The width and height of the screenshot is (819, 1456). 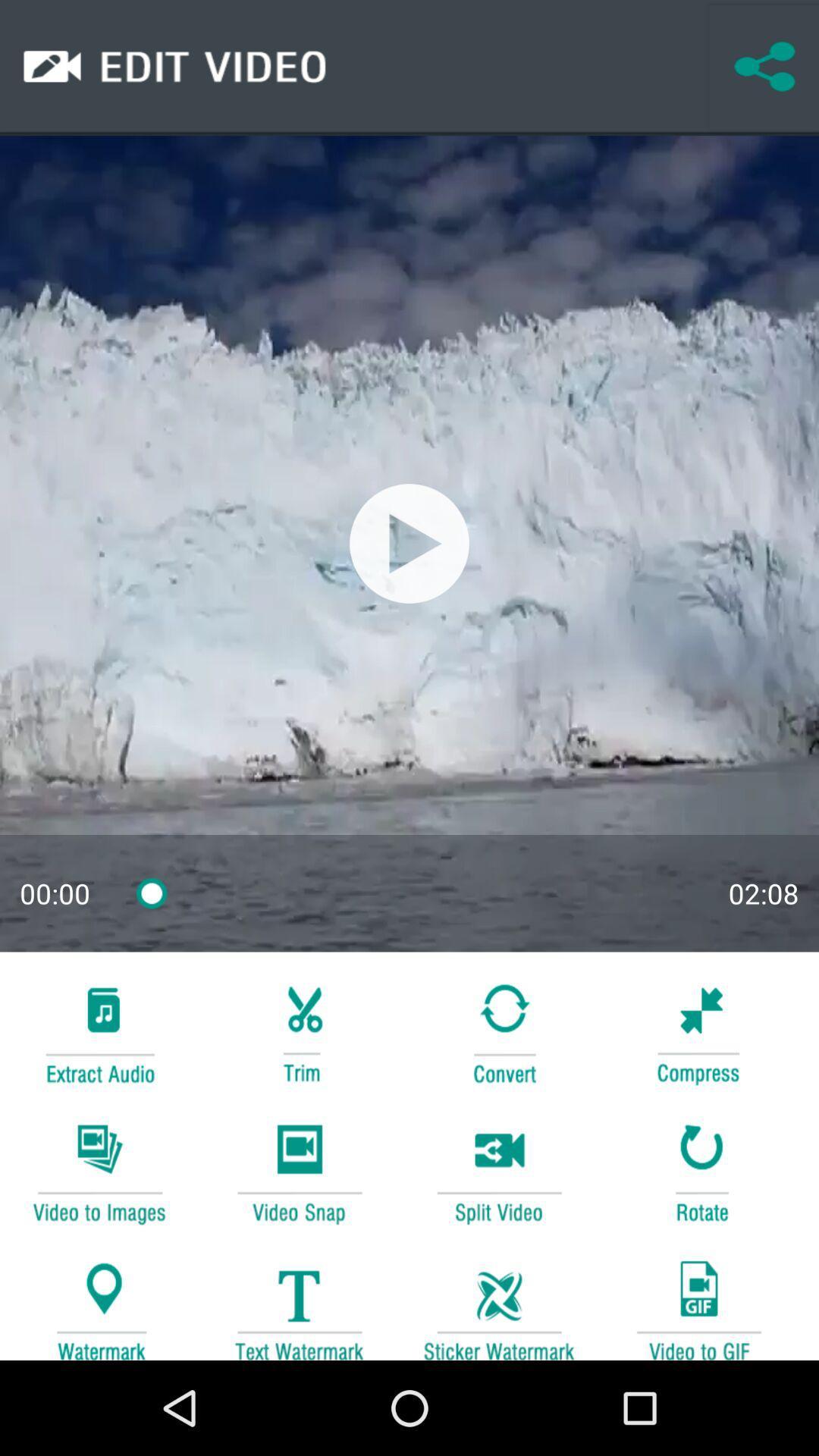 What do you see at coordinates (499, 1171) in the screenshot?
I see `split video into multiple files` at bounding box center [499, 1171].